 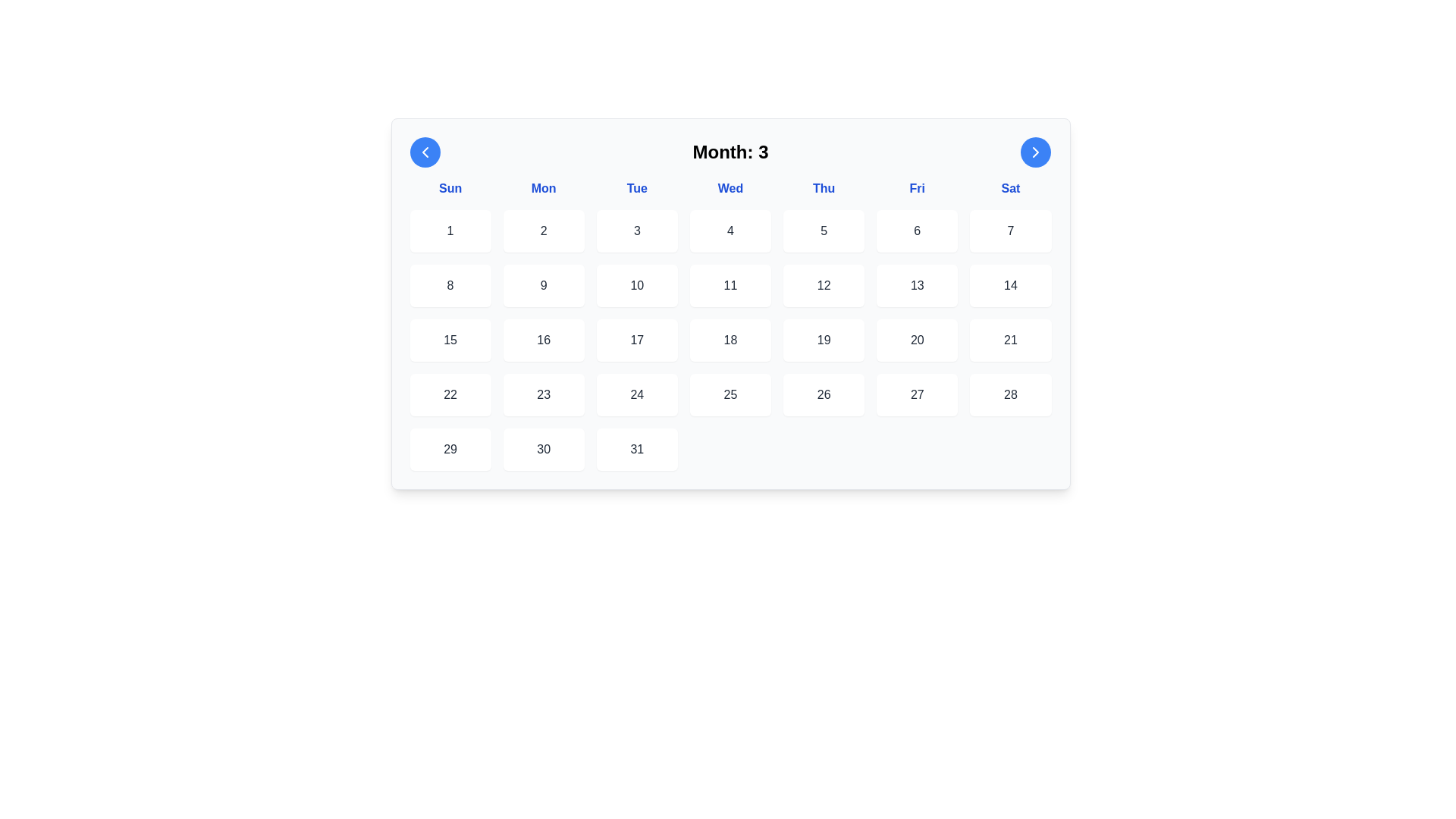 What do you see at coordinates (1010, 188) in the screenshot?
I see `the text label displaying 'Sat' in blue color, which is the rightmost cell in the weekday headers grid` at bounding box center [1010, 188].